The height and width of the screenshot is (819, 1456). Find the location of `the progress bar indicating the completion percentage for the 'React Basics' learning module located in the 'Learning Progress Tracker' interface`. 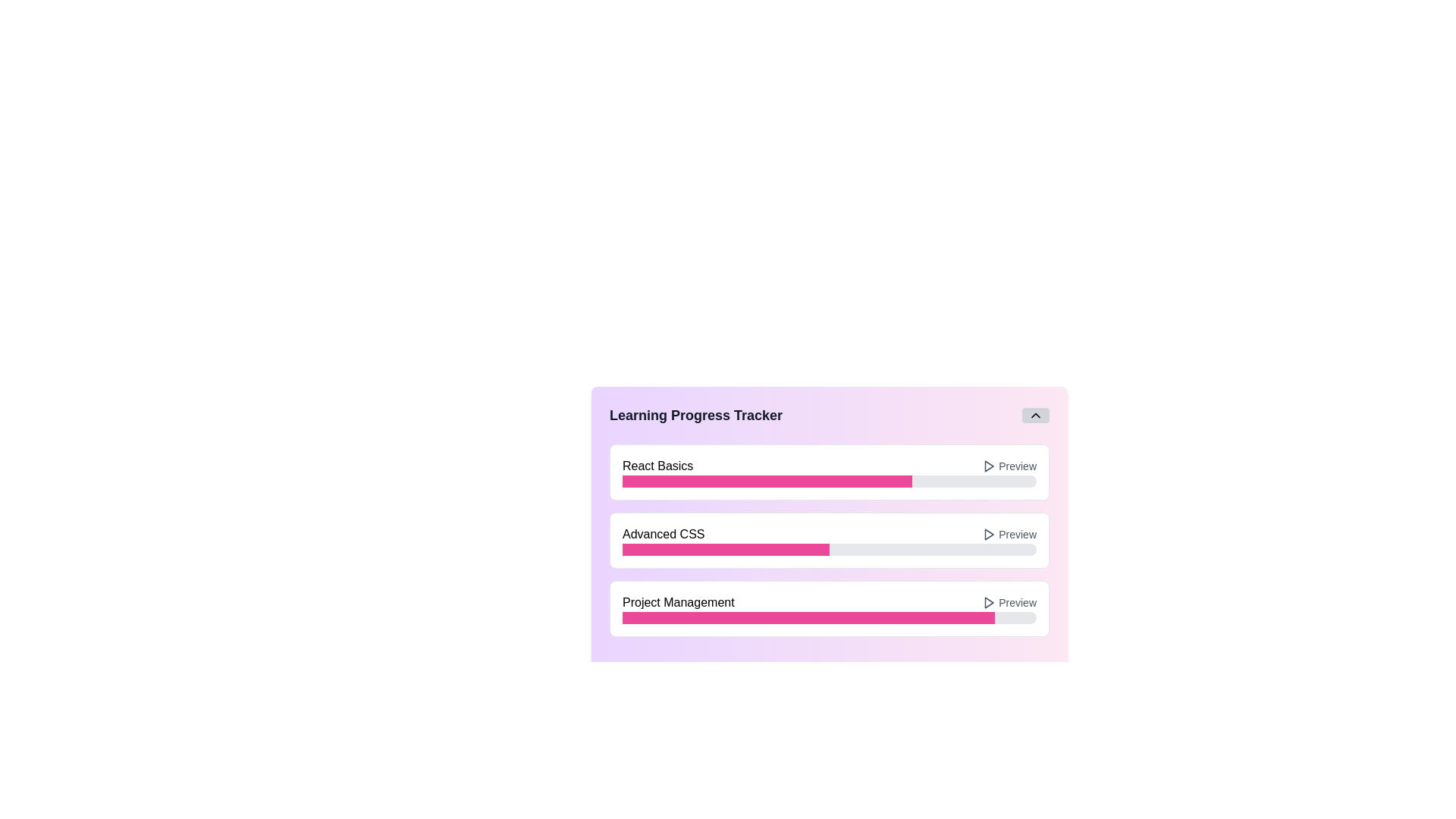

the progress bar indicating the completion percentage for the 'React Basics' learning module located in the 'Learning Progress Tracker' interface is located at coordinates (829, 482).